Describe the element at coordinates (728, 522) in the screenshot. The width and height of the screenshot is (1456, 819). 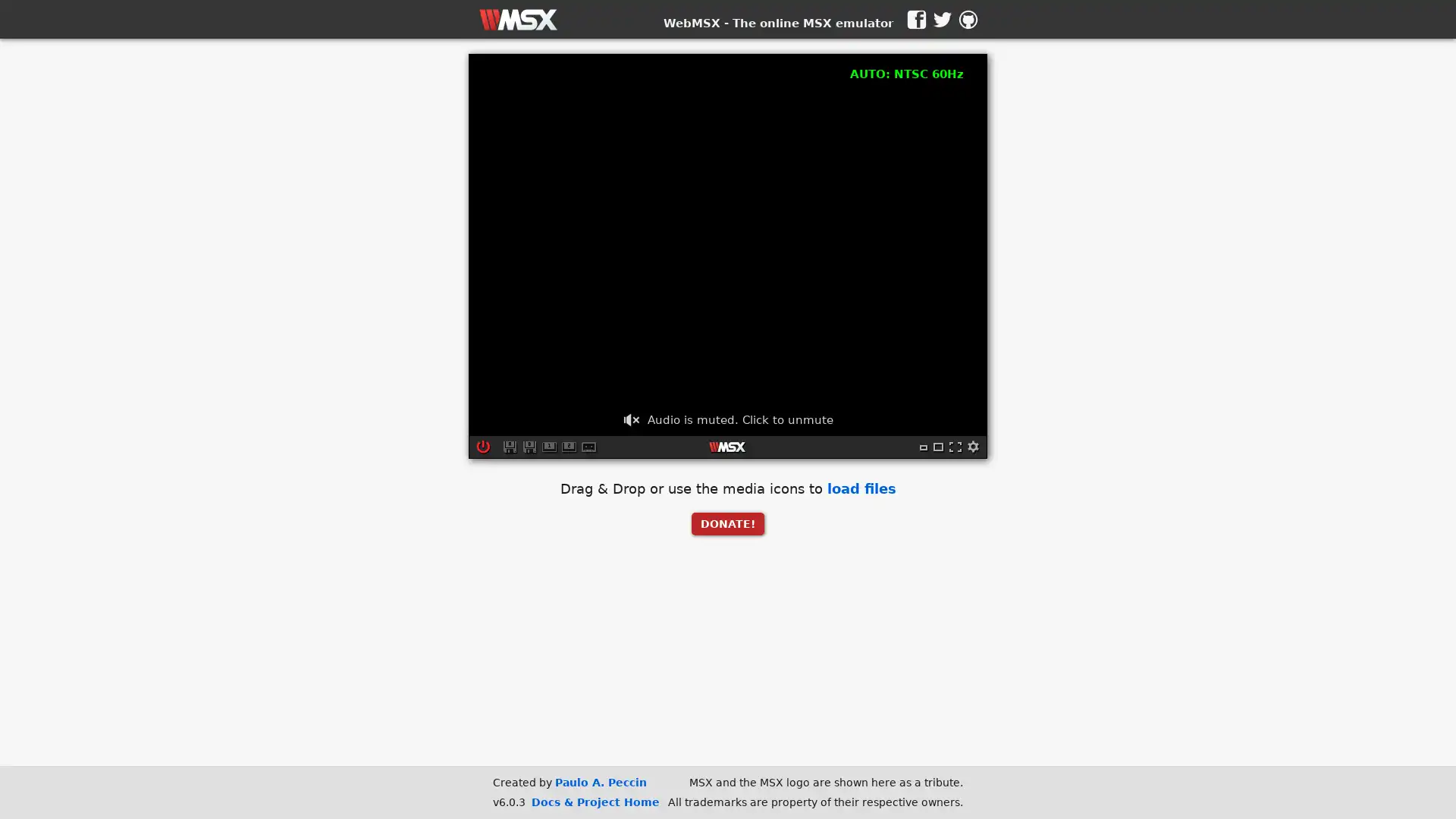
I see `DONATE!` at that location.